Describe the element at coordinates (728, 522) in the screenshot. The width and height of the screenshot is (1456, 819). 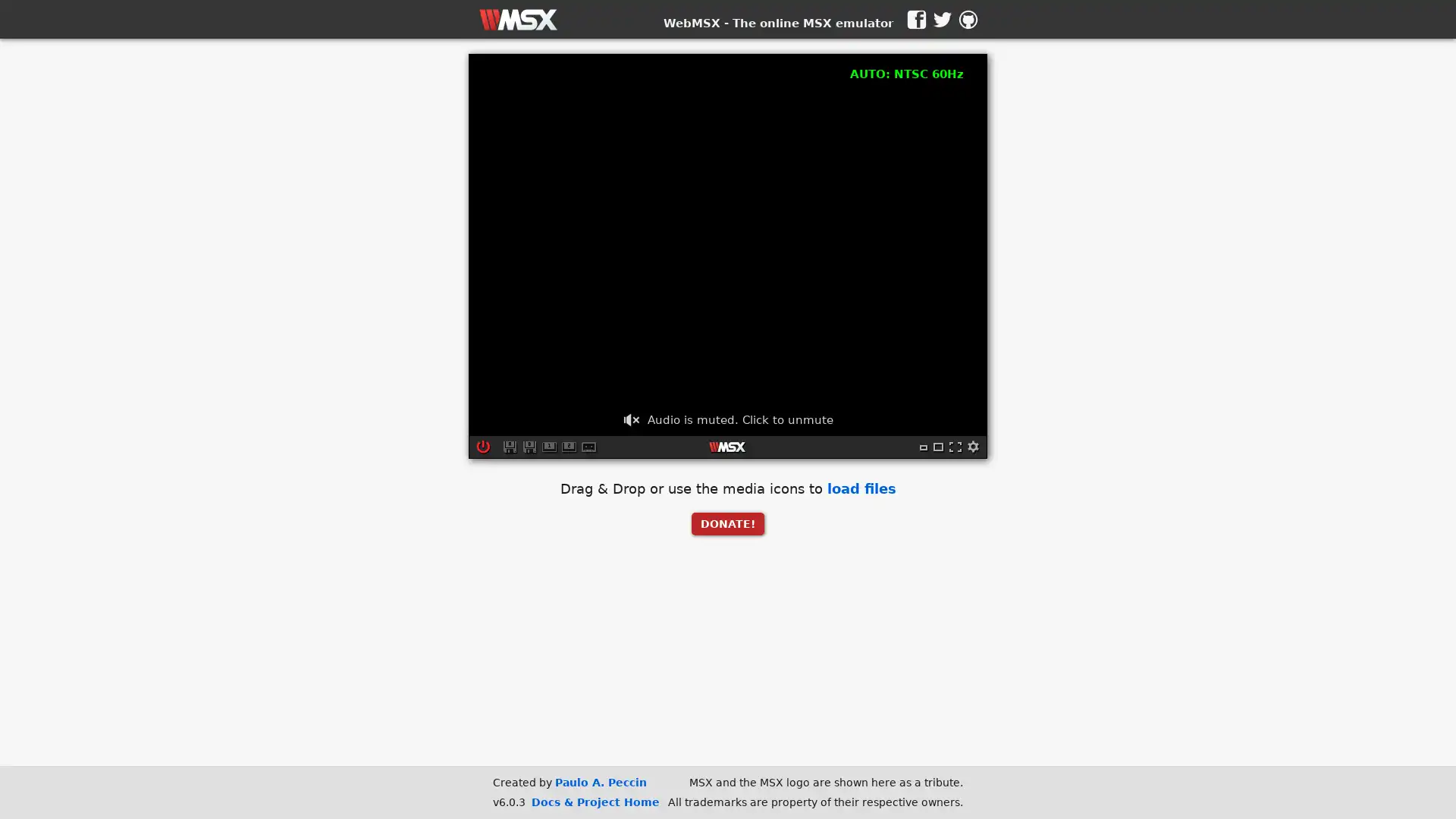
I see `DONATE!` at that location.